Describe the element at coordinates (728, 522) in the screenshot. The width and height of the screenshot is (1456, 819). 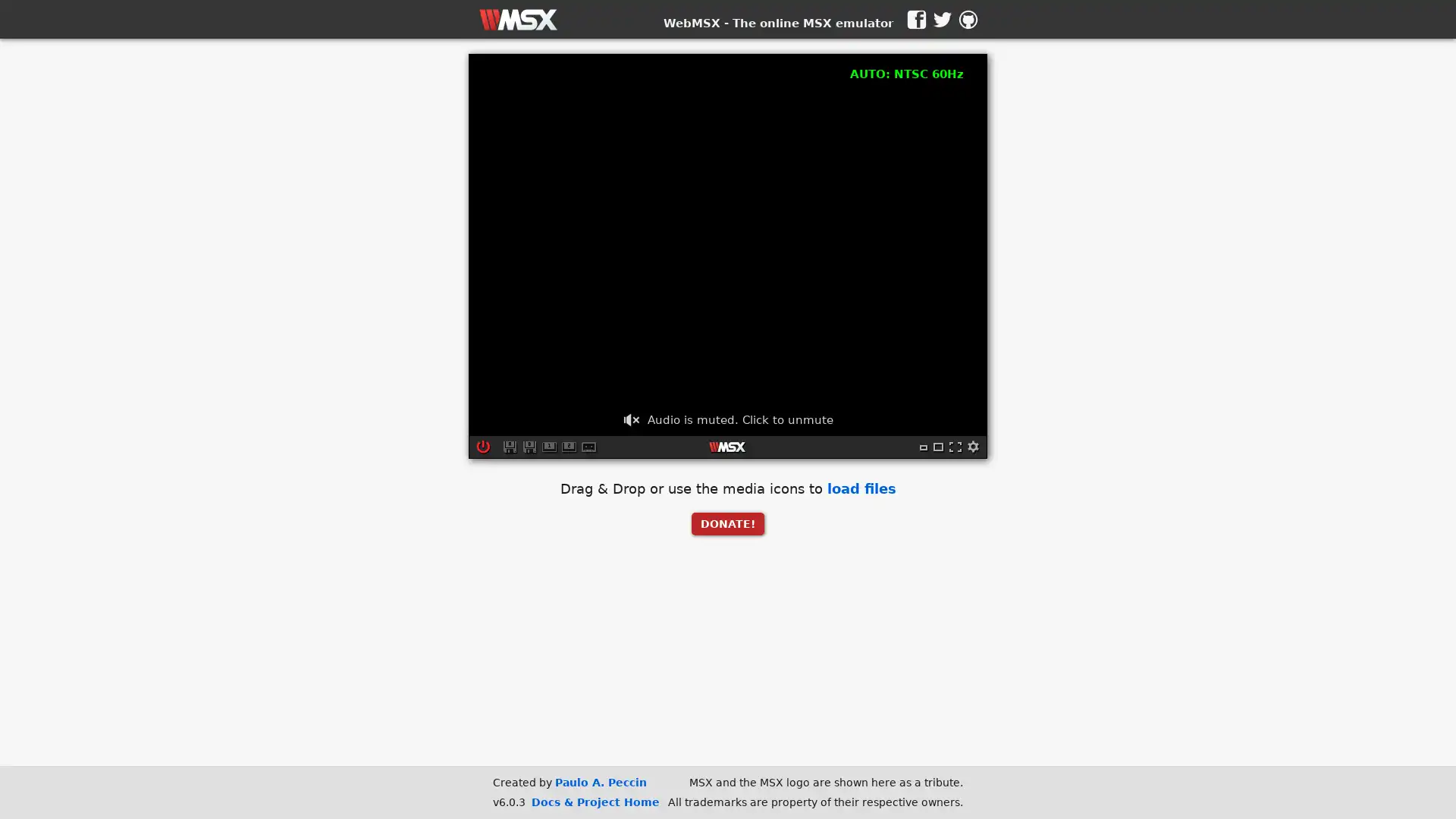
I see `DONATE!` at that location.